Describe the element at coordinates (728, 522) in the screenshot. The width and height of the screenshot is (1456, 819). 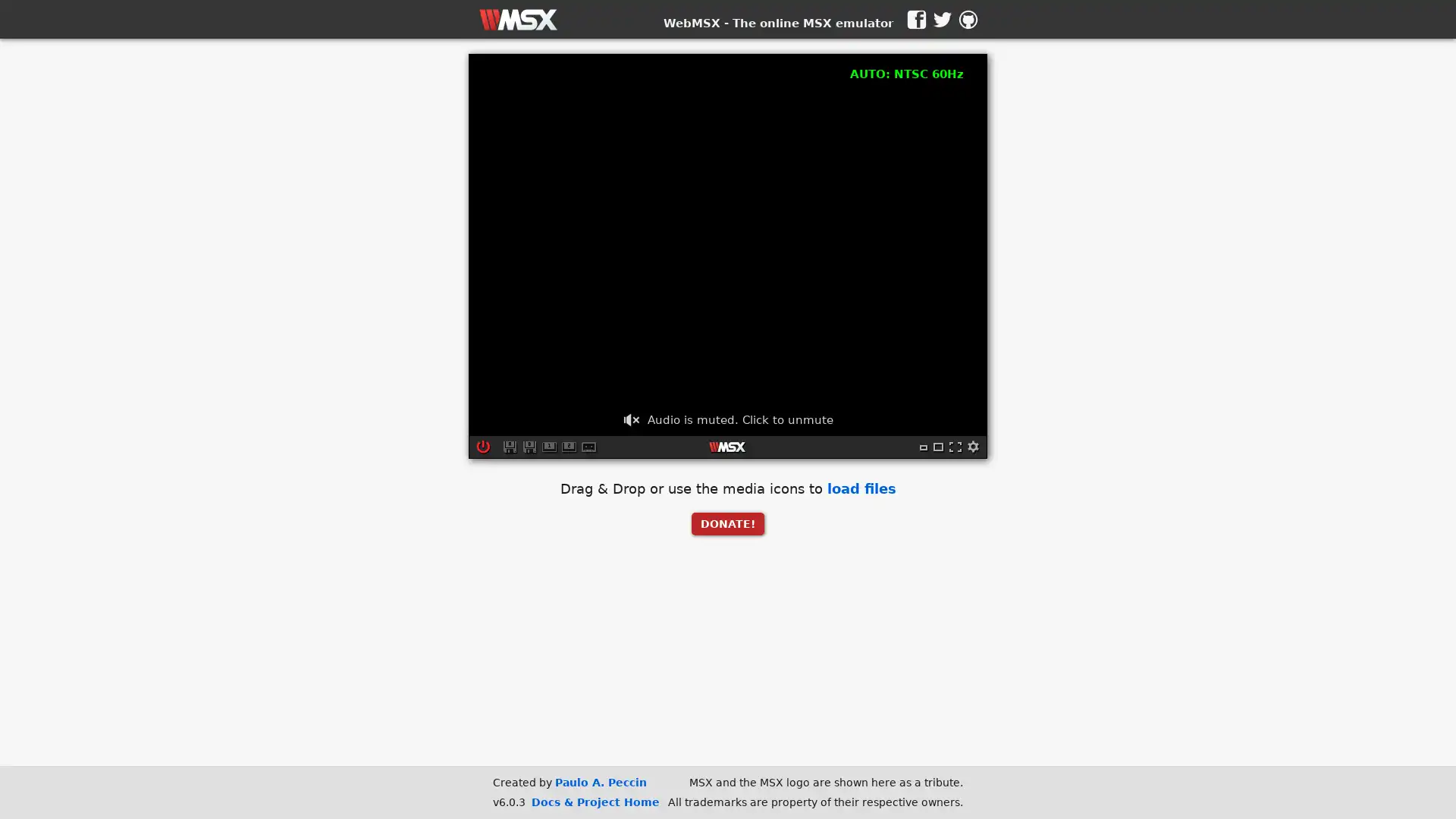
I see `DONATE!` at that location.